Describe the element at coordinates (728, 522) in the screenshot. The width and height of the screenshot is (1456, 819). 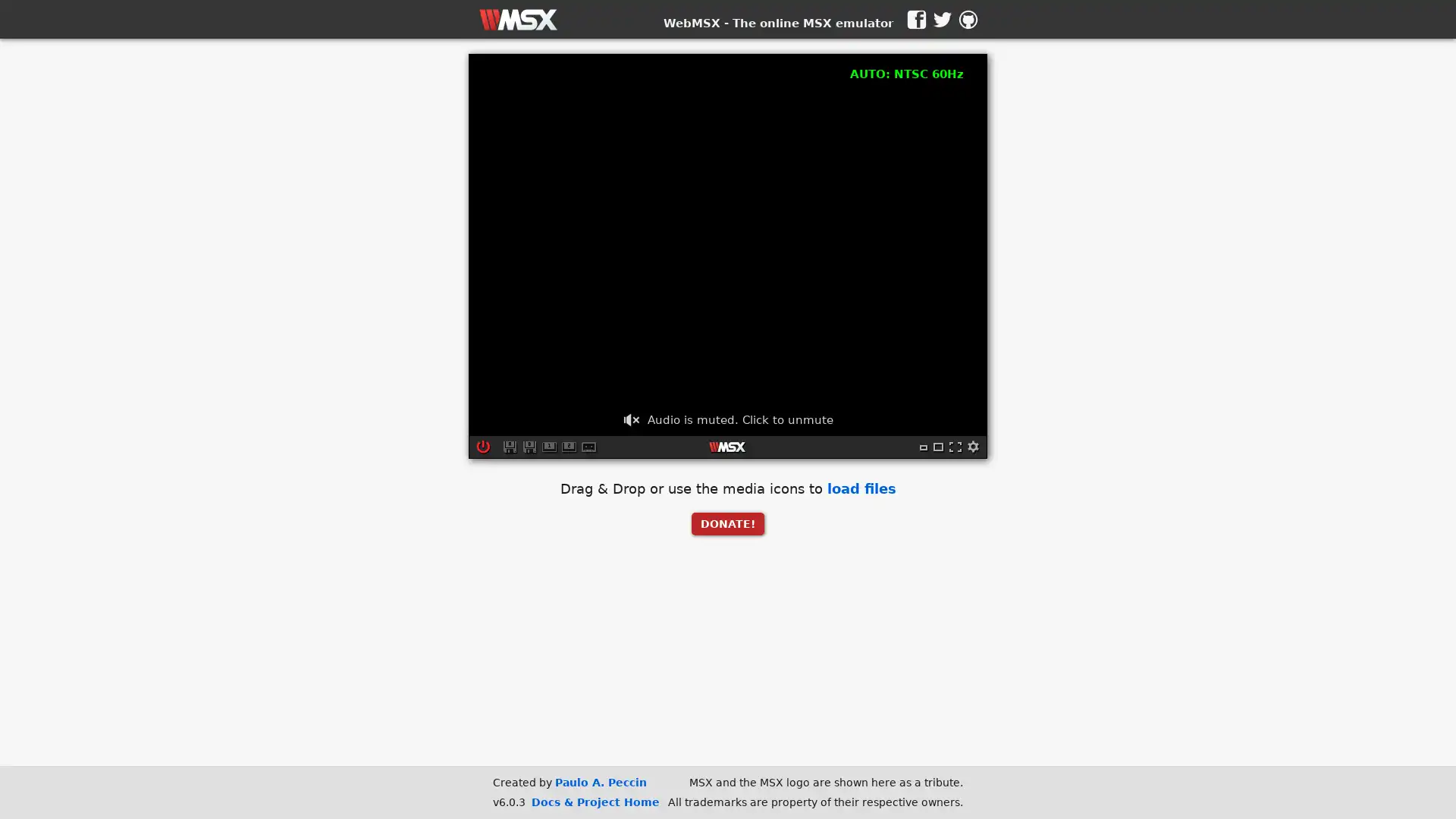
I see `DONATE!` at that location.